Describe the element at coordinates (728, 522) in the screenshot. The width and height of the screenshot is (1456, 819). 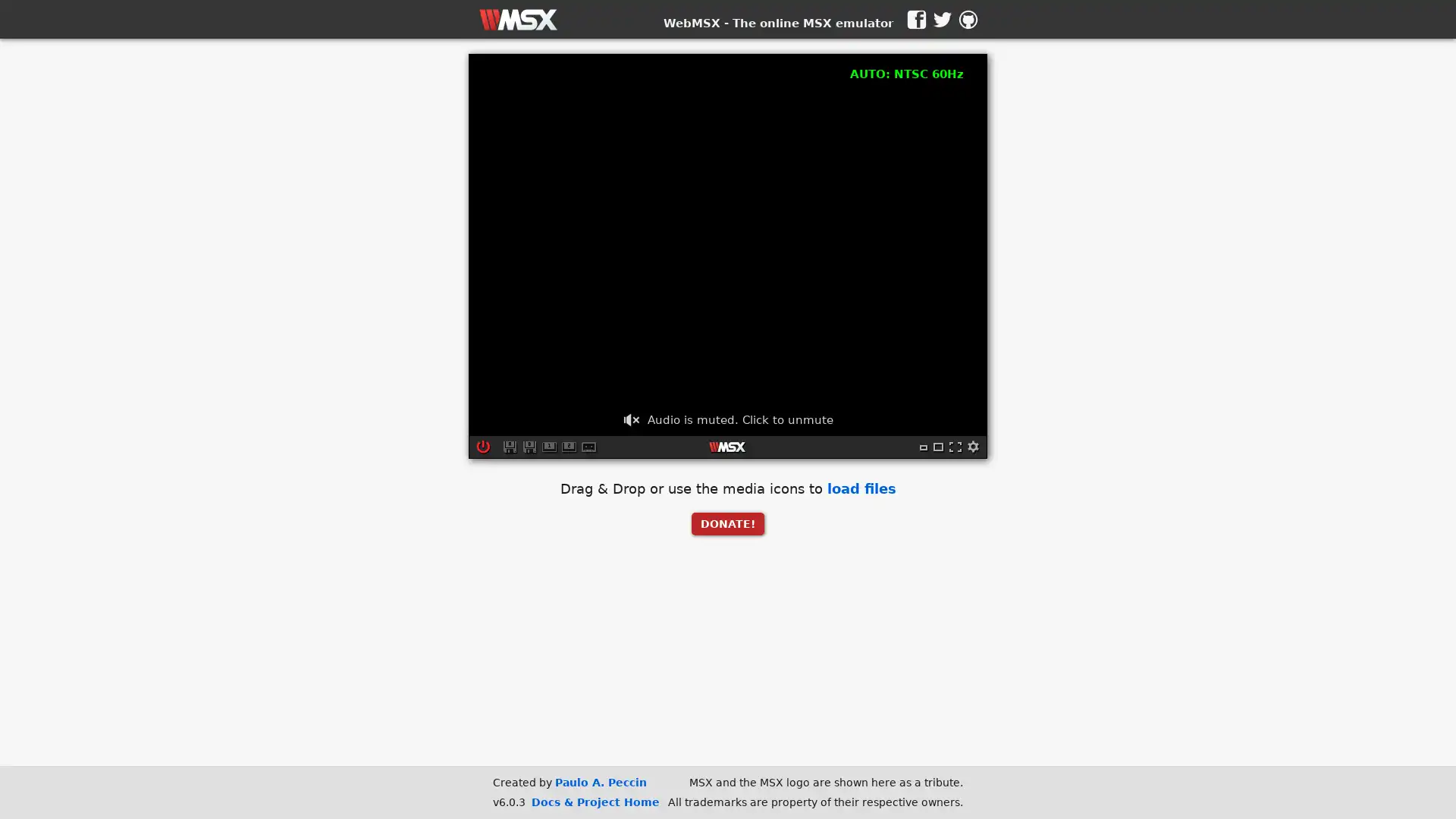
I see `DONATE!` at that location.